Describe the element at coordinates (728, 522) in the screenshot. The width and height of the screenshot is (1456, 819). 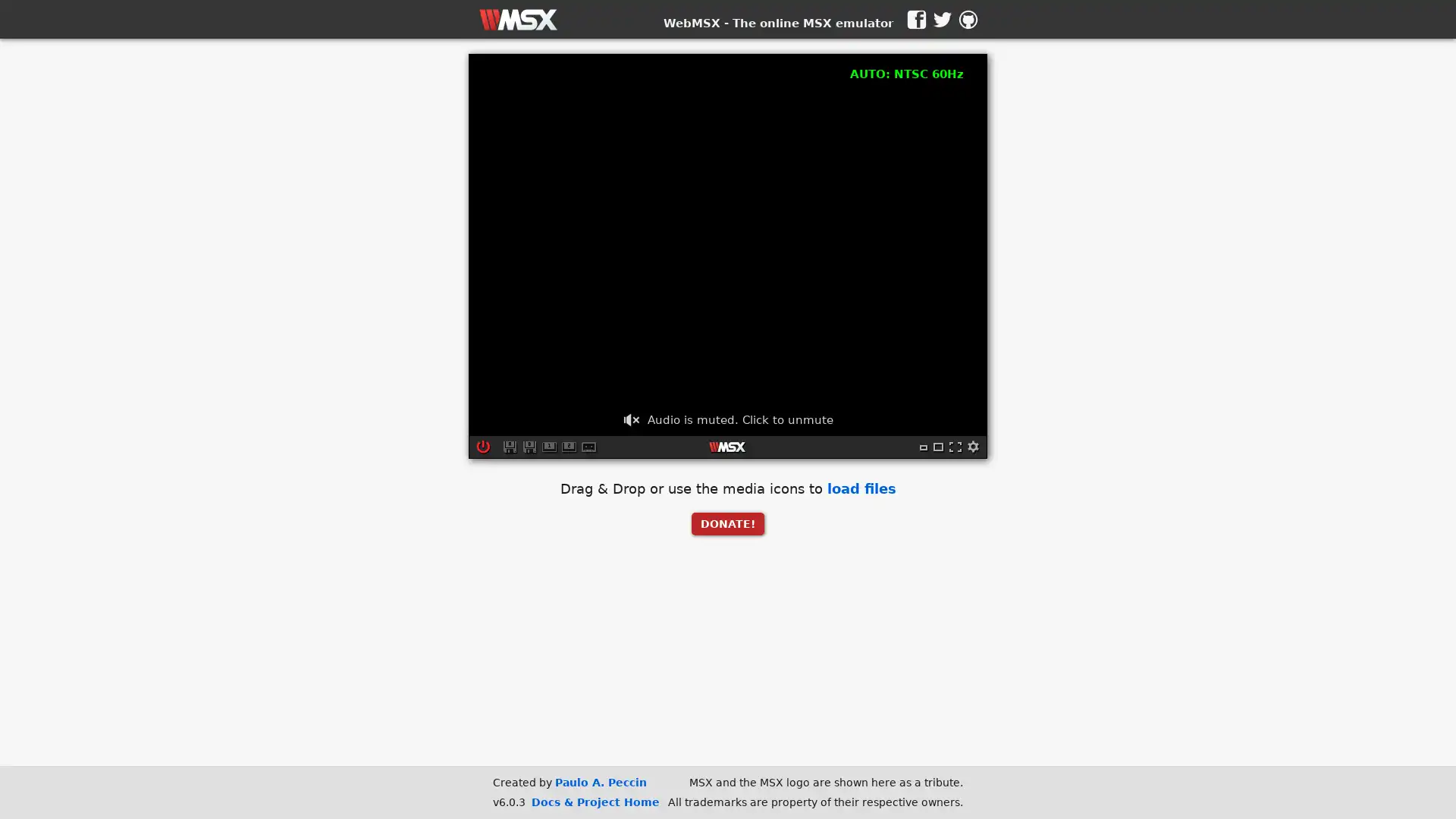
I see `DONATE!` at that location.